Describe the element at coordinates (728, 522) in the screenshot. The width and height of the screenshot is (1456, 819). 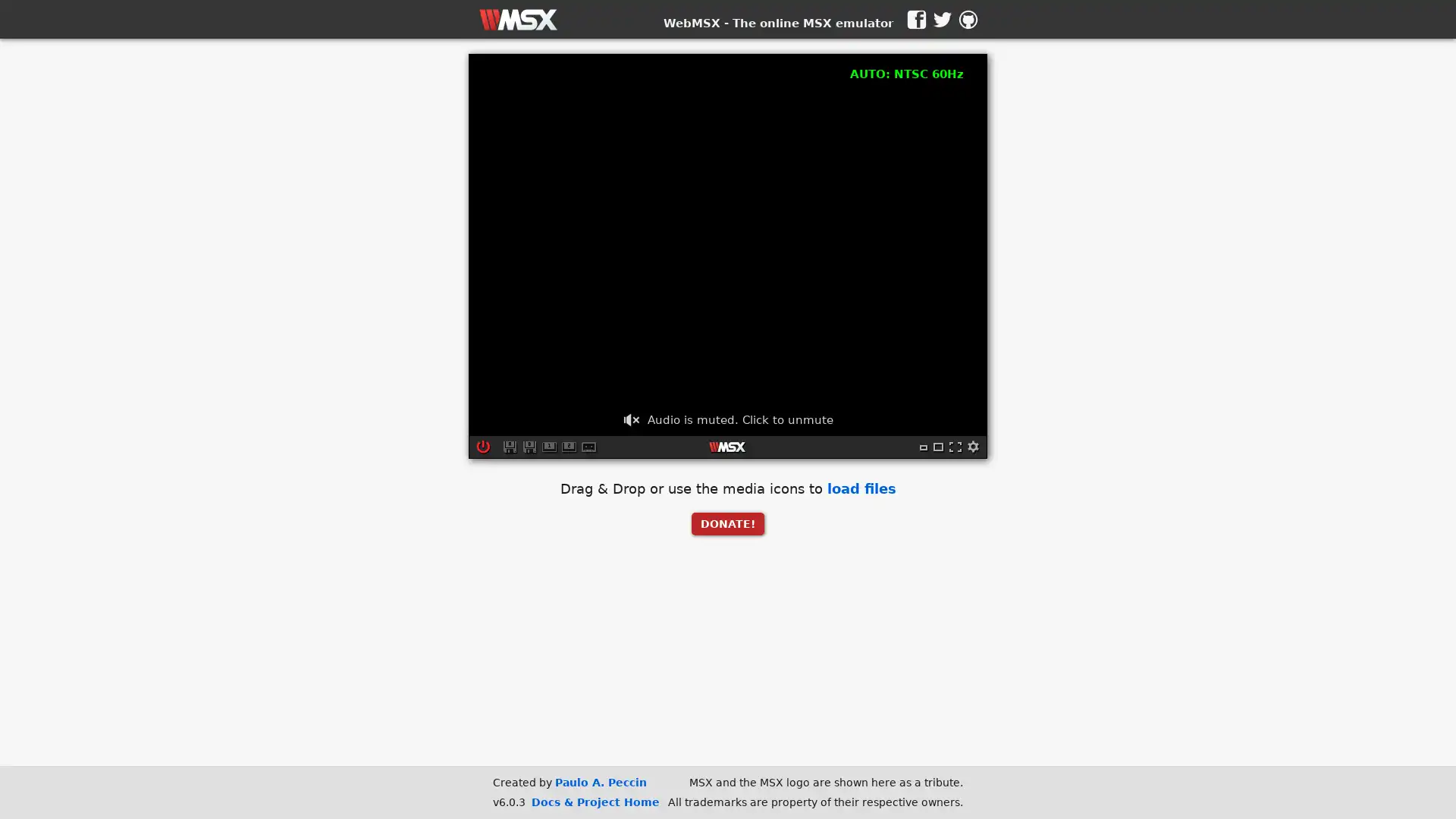
I see `DONATE!` at that location.